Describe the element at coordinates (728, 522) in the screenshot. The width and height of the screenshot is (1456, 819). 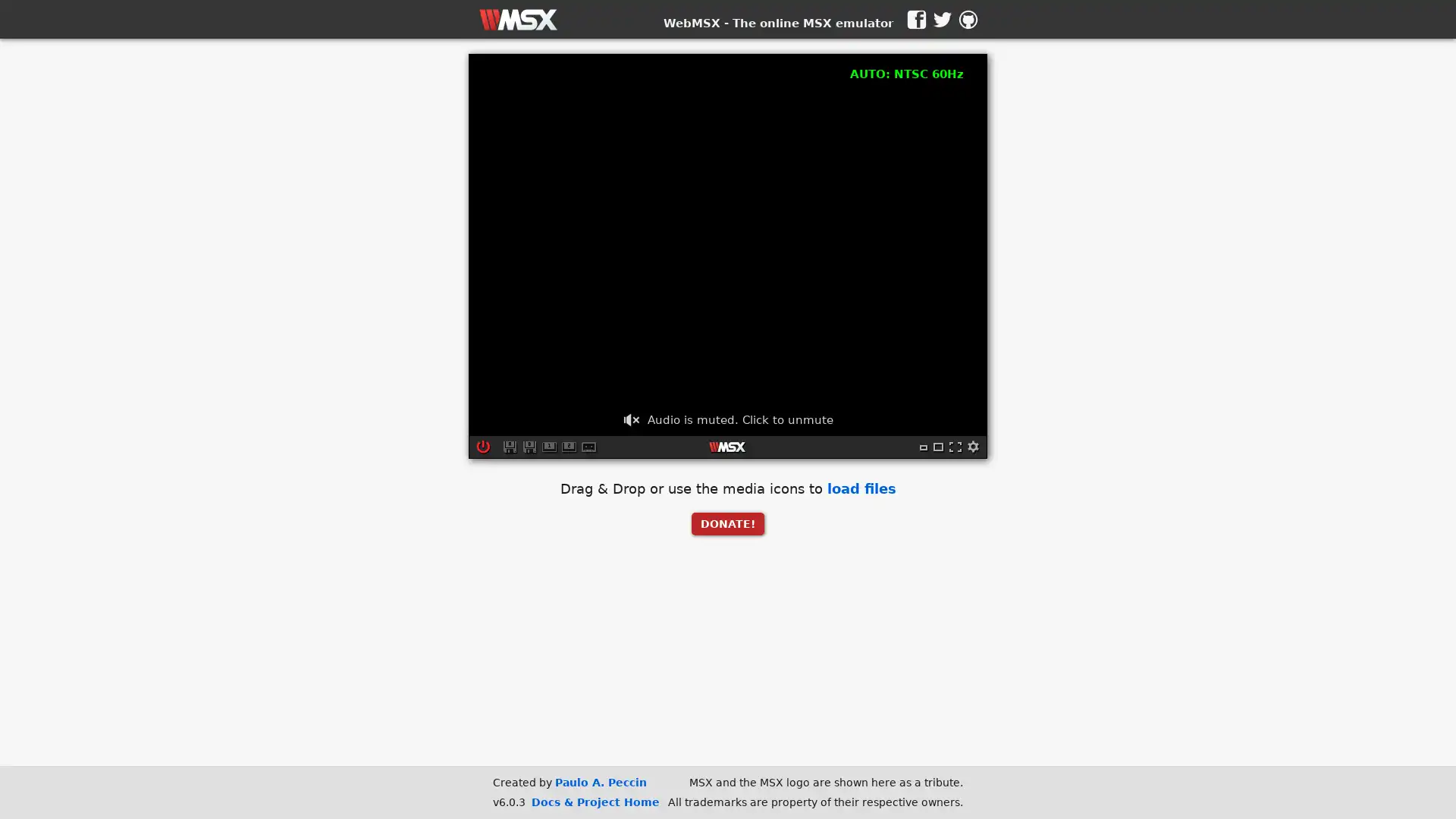
I see `DONATE!` at that location.